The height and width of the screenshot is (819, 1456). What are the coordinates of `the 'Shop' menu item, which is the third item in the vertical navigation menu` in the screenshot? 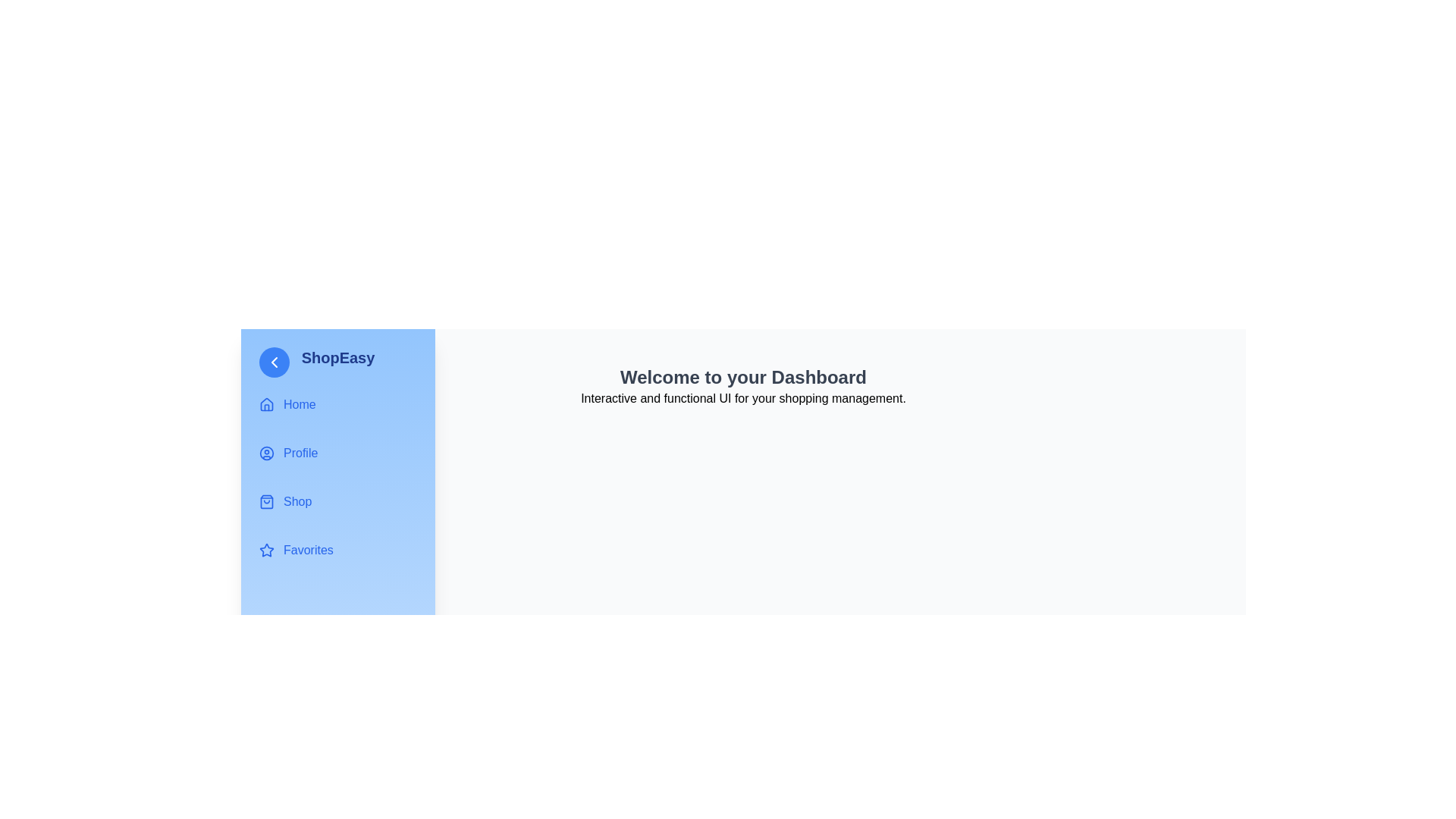 It's located at (337, 502).